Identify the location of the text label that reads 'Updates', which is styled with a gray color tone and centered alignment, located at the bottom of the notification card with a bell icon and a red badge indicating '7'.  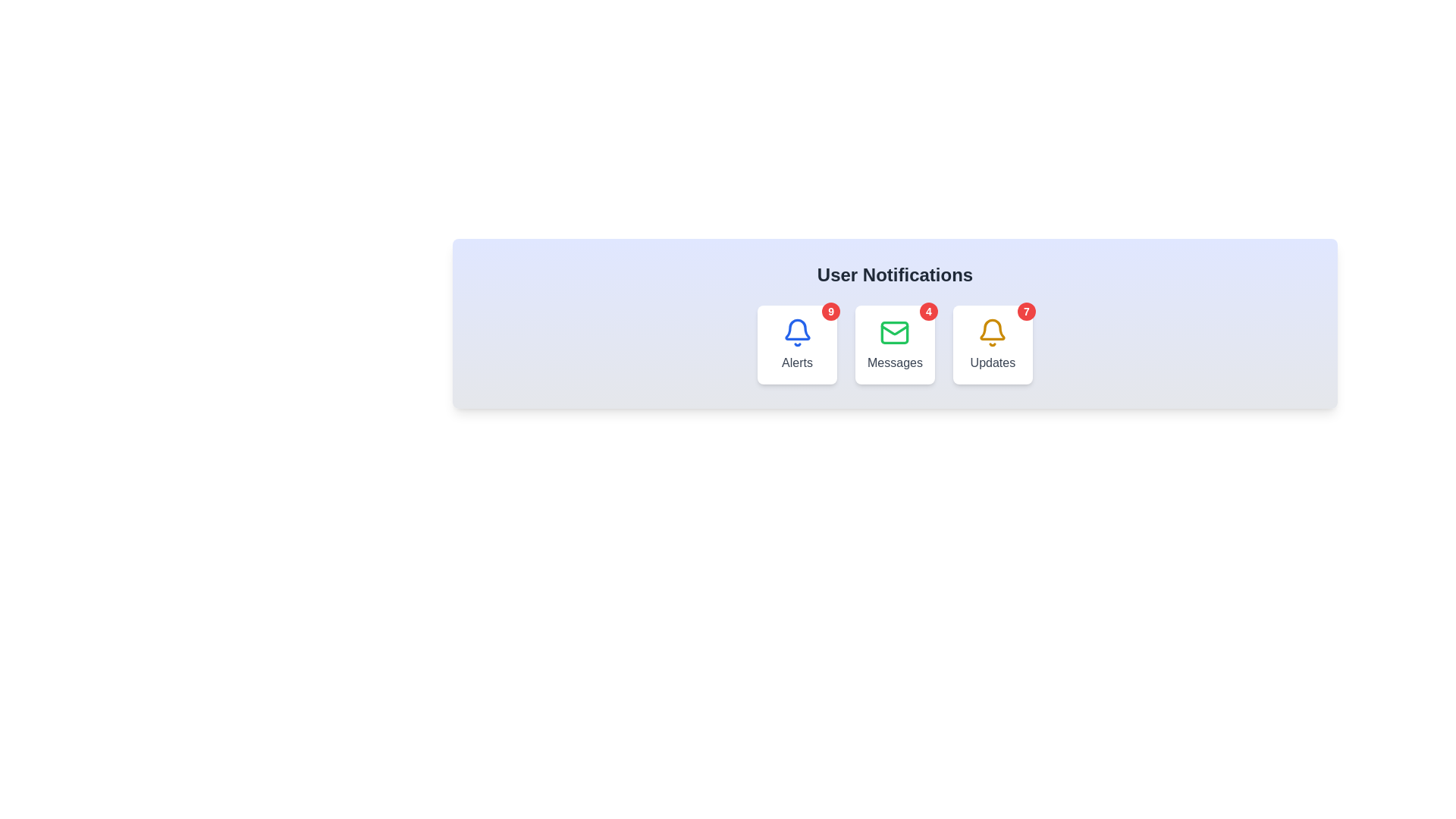
(993, 362).